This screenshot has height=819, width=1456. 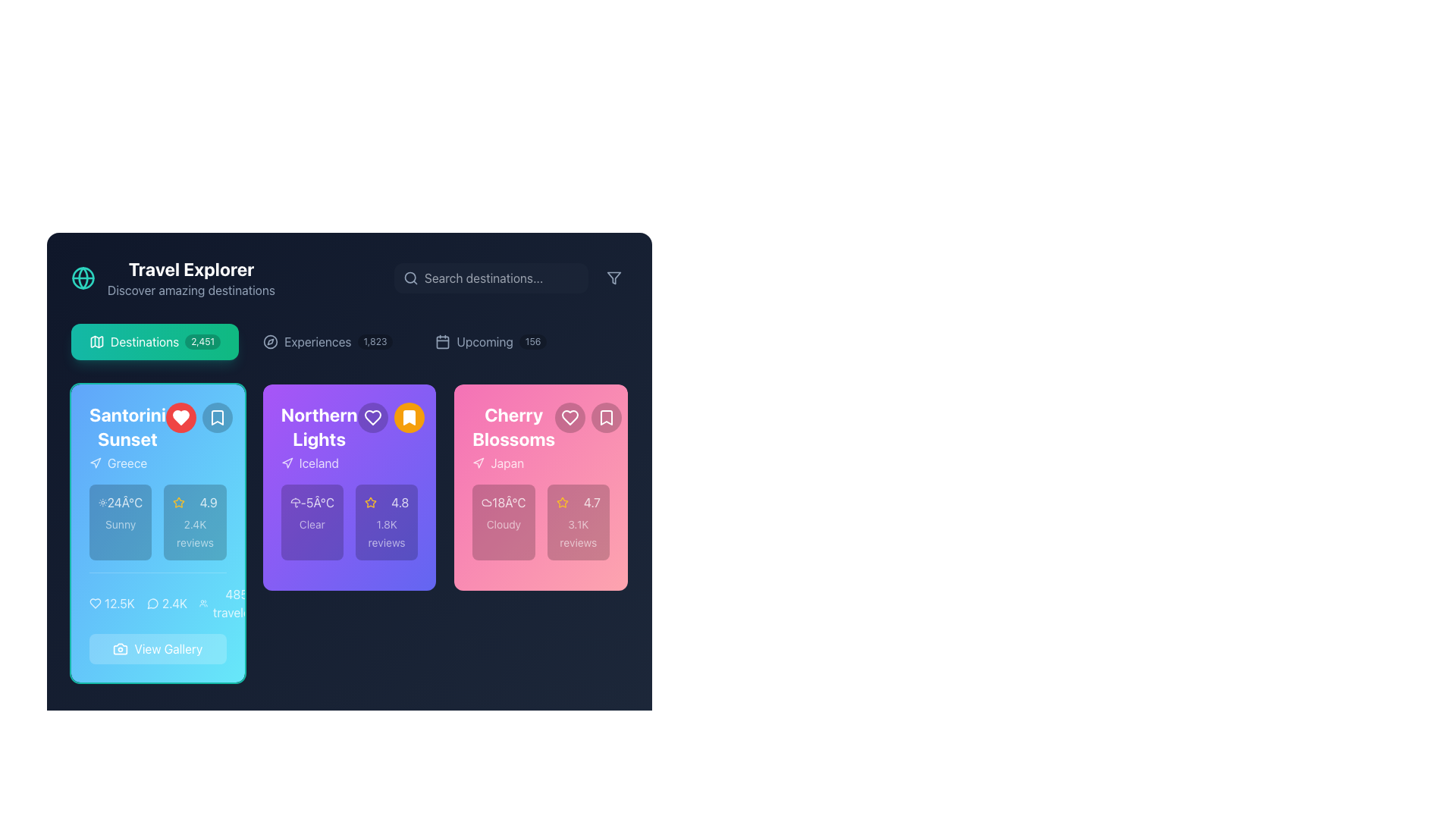 What do you see at coordinates (127, 462) in the screenshot?
I see `the static text label displaying the country associated with the 'Santorini Sunset' destination, located at the bottom left of the 'Santorini Sunset' card` at bounding box center [127, 462].